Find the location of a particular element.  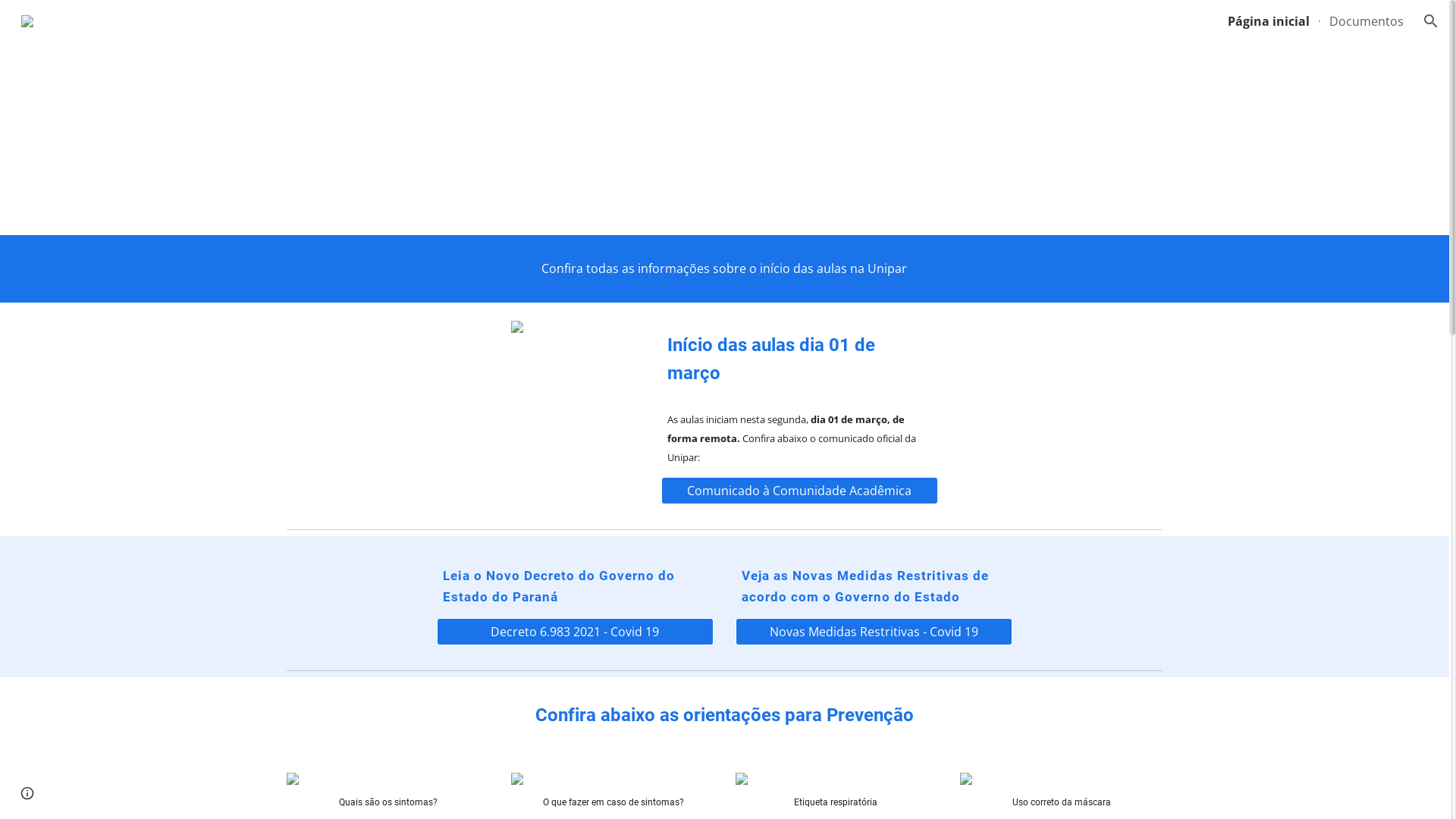

'Novas Medidas Restritivas - Covid 19' is located at coordinates (874, 632).